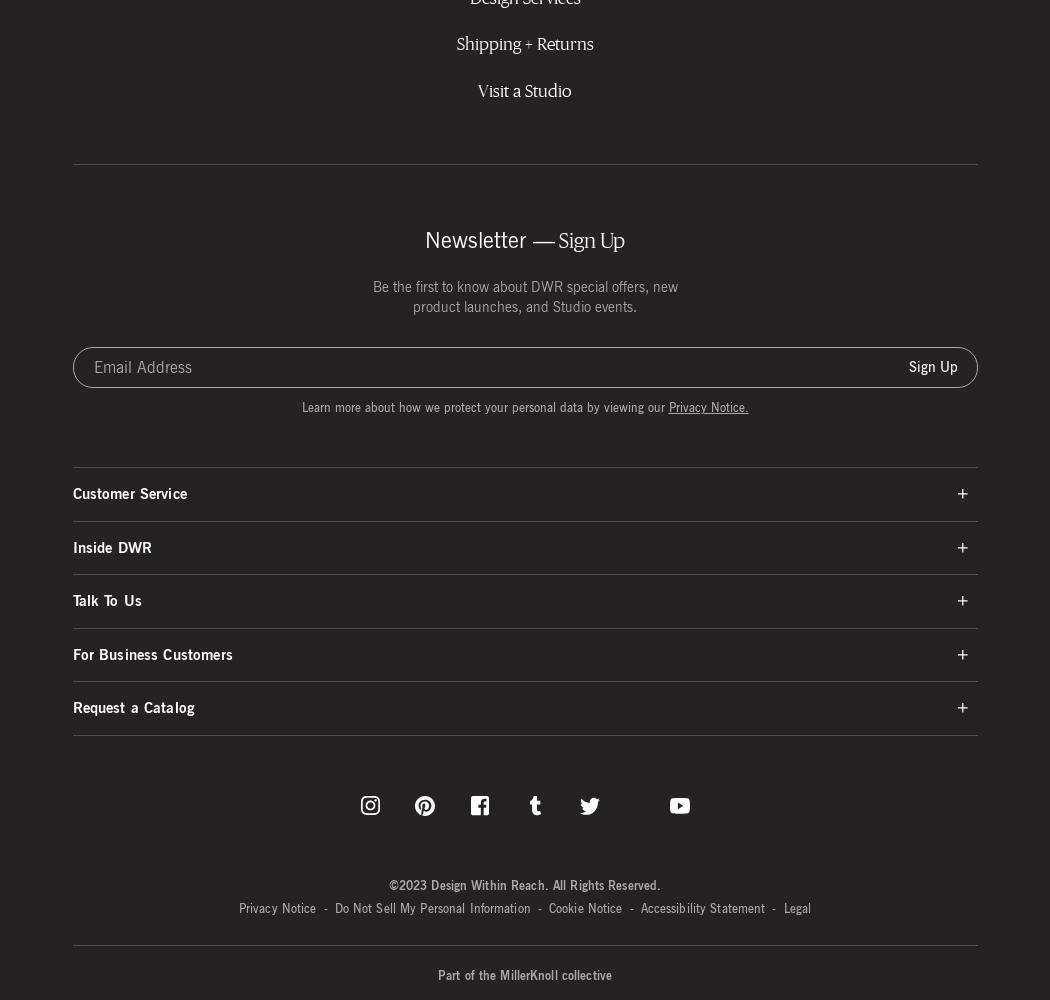 This screenshot has height=1000, width=1050. Describe the element at coordinates (523, 295) in the screenshot. I see `'Be the first to know about DWR special offers, new product launches, and Studio events.'` at that location.